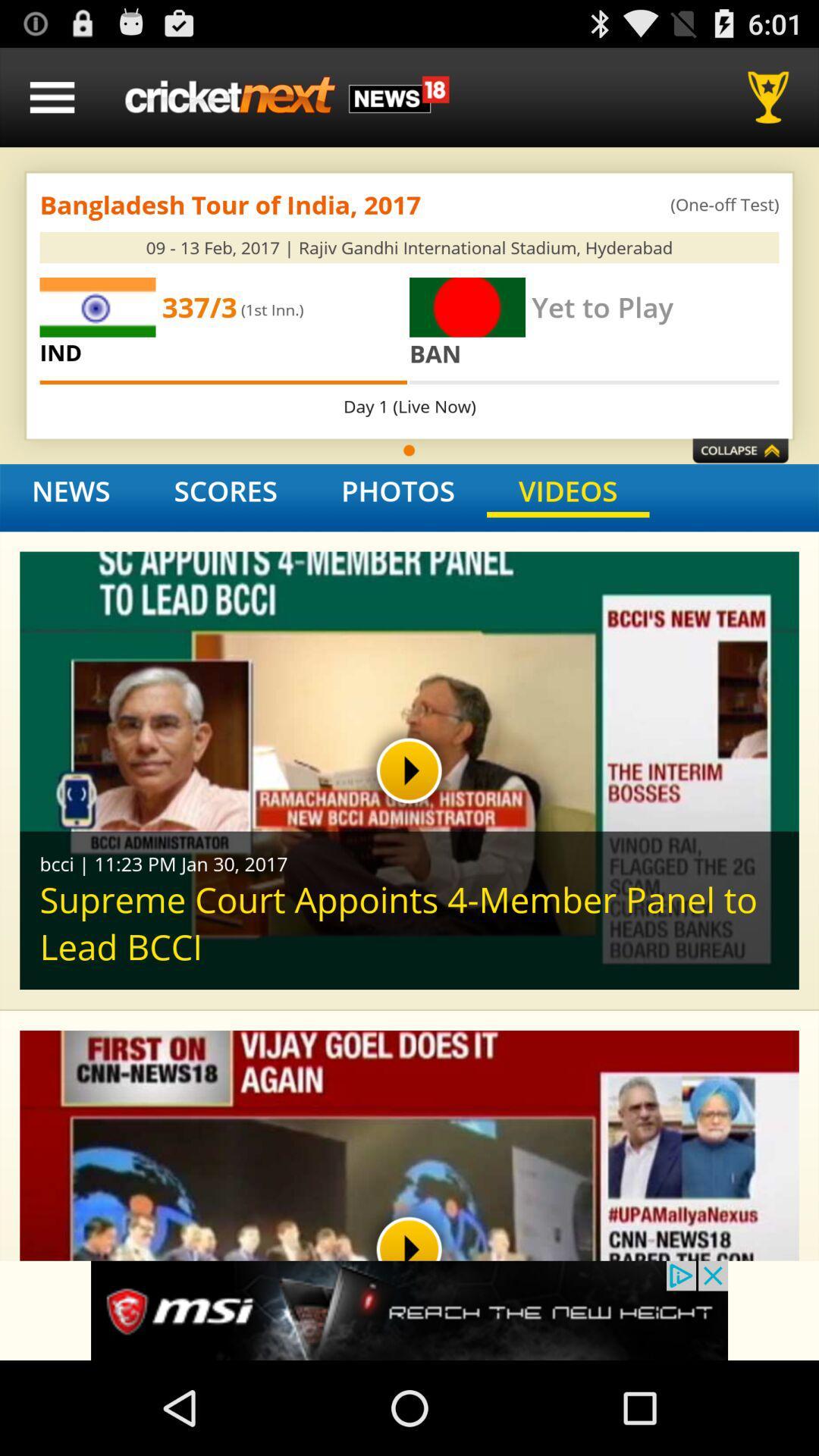 The height and width of the screenshot is (1456, 819). What do you see at coordinates (52, 103) in the screenshot?
I see `the menu icon` at bounding box center [52, 103].